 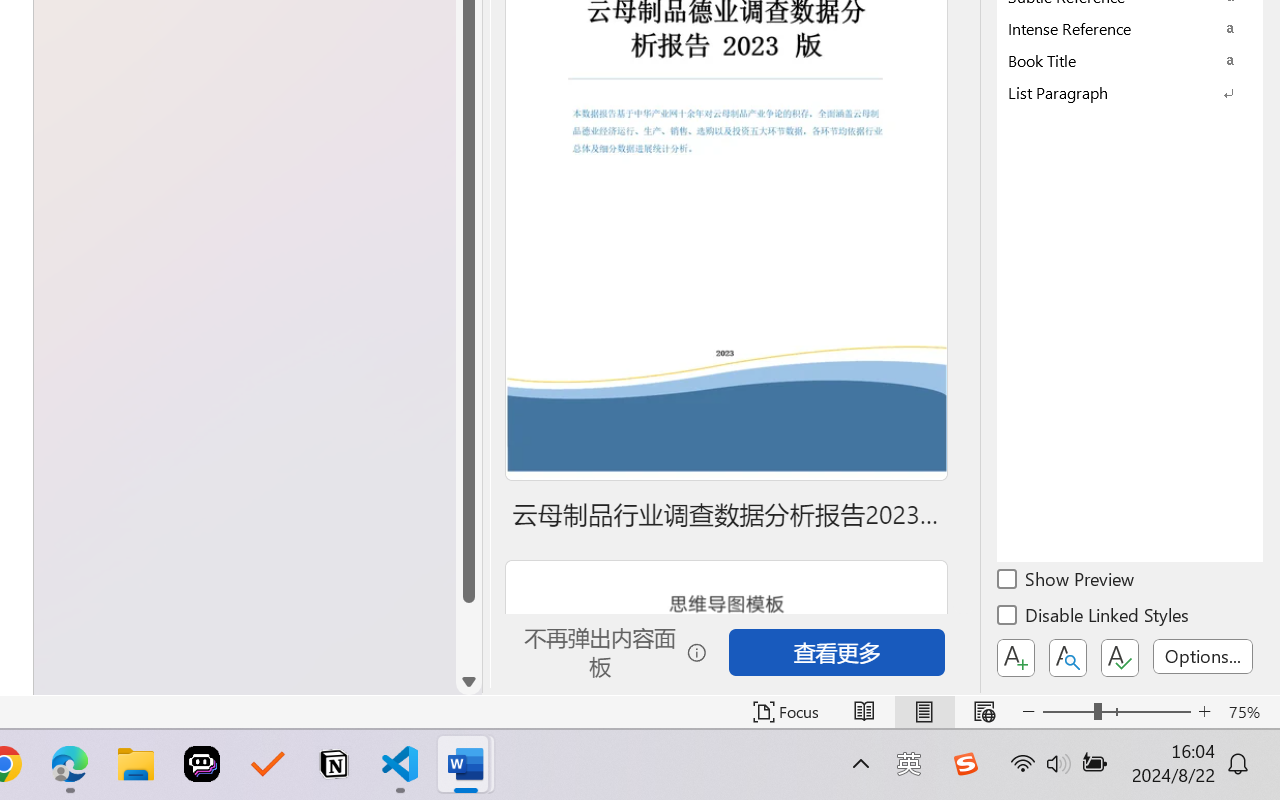 I want to click on 'Line down', so click(x=468, y=682).